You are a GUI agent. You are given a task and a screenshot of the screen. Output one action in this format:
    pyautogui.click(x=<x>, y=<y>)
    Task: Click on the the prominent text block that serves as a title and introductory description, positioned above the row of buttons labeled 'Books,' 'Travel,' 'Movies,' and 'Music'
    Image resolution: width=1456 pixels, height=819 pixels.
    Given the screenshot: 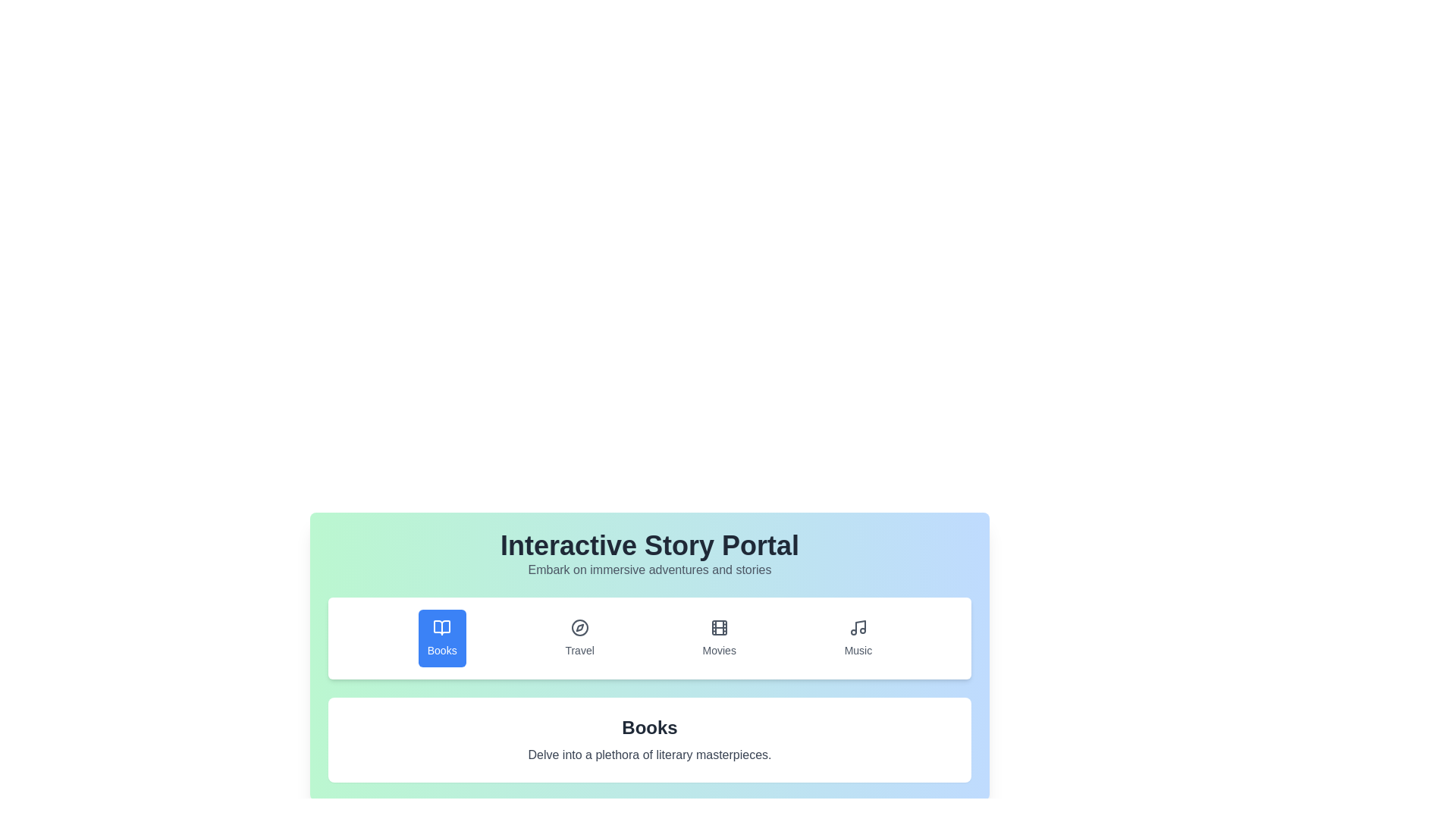 What is the action you would take?
    pyautogui.click(x=650, y=555)
    